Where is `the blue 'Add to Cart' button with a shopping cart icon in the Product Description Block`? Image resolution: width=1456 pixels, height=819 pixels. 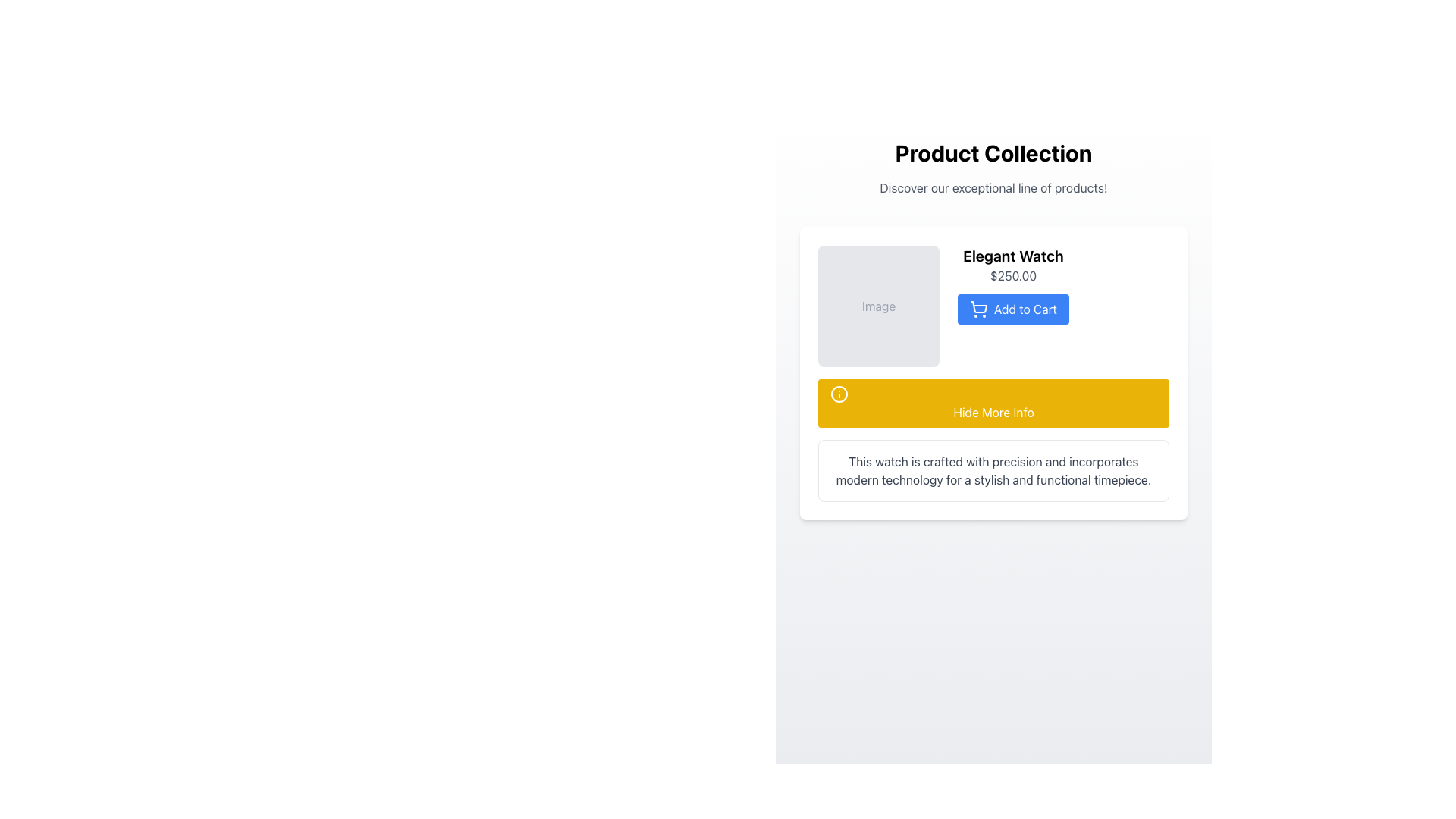 the blue 'Add to Cart' button with a shopping cart icon in the Product Description Block is located at coordinates (993, 306).